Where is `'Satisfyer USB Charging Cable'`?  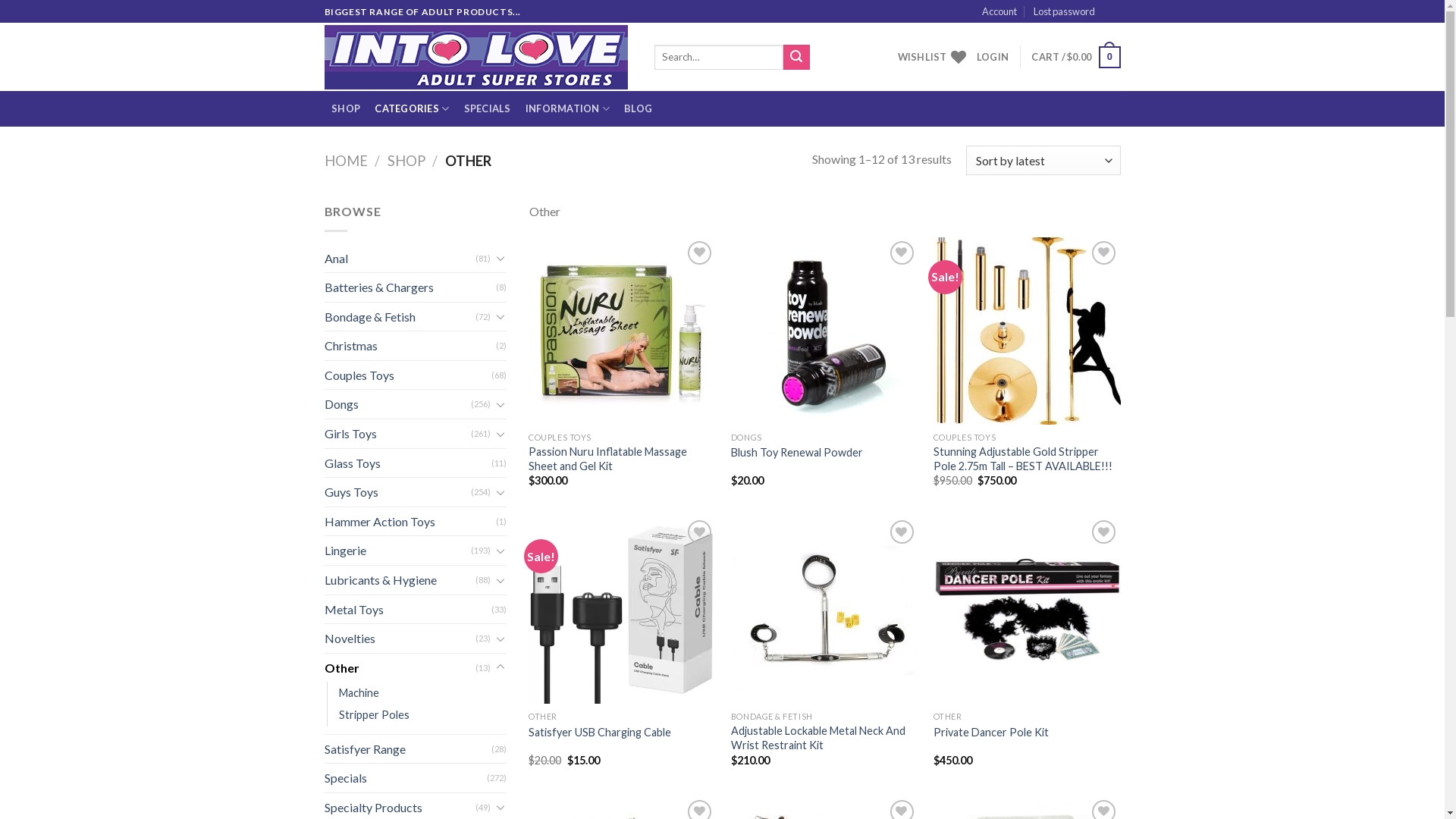 'Satisfyer USB Charging Cable' is located at coordinates (599, 732).